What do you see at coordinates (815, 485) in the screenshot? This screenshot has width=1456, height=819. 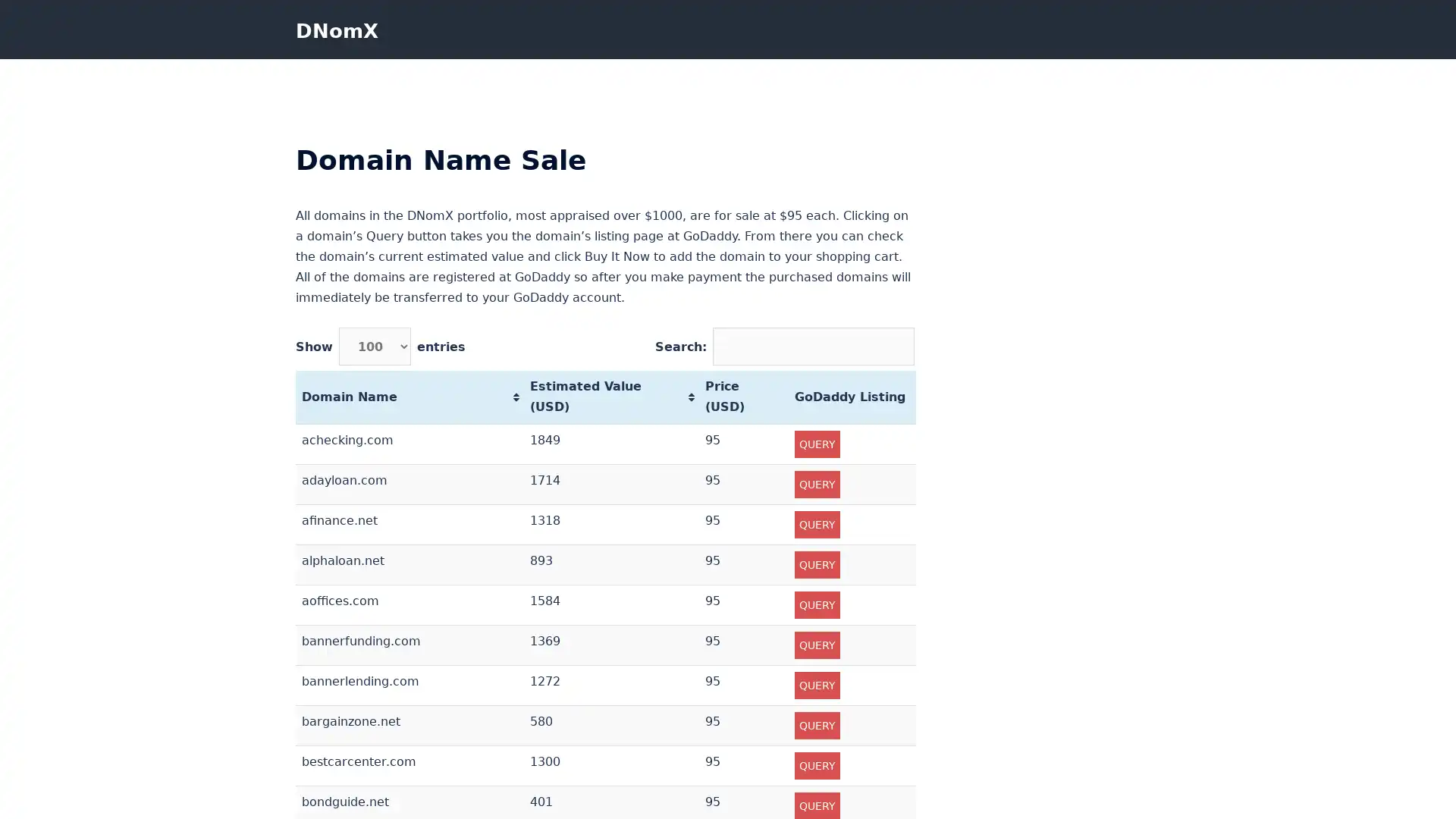 I see `QUERY` at bounding box center [815, 485].